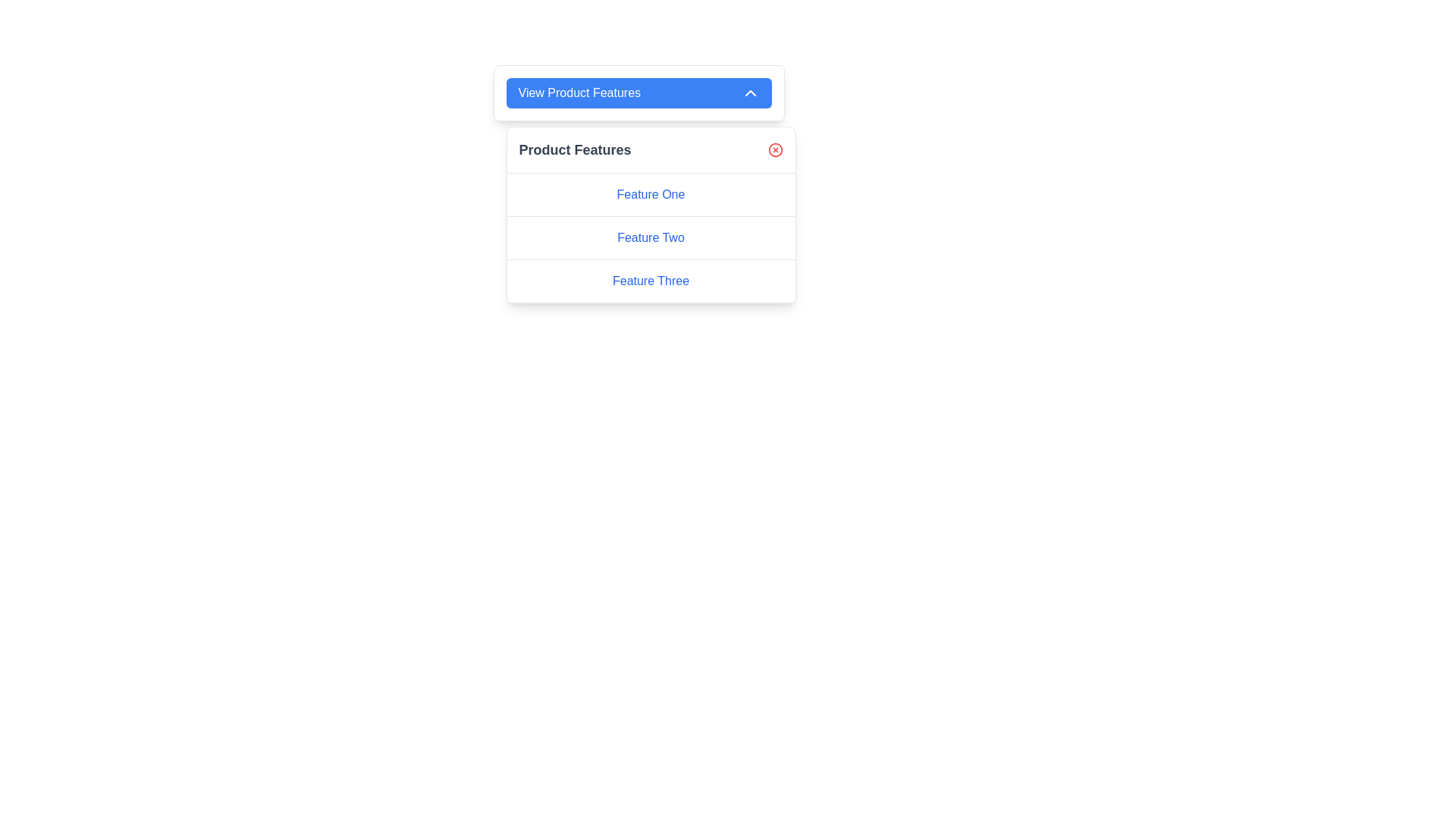 This screenshot has height=819, width=1456. What do you see at coordinates (651, 193) in the screenshot?
I see `the text label for 'Feature One' in the 'Product Features' section` at bounding box center [651, 193].